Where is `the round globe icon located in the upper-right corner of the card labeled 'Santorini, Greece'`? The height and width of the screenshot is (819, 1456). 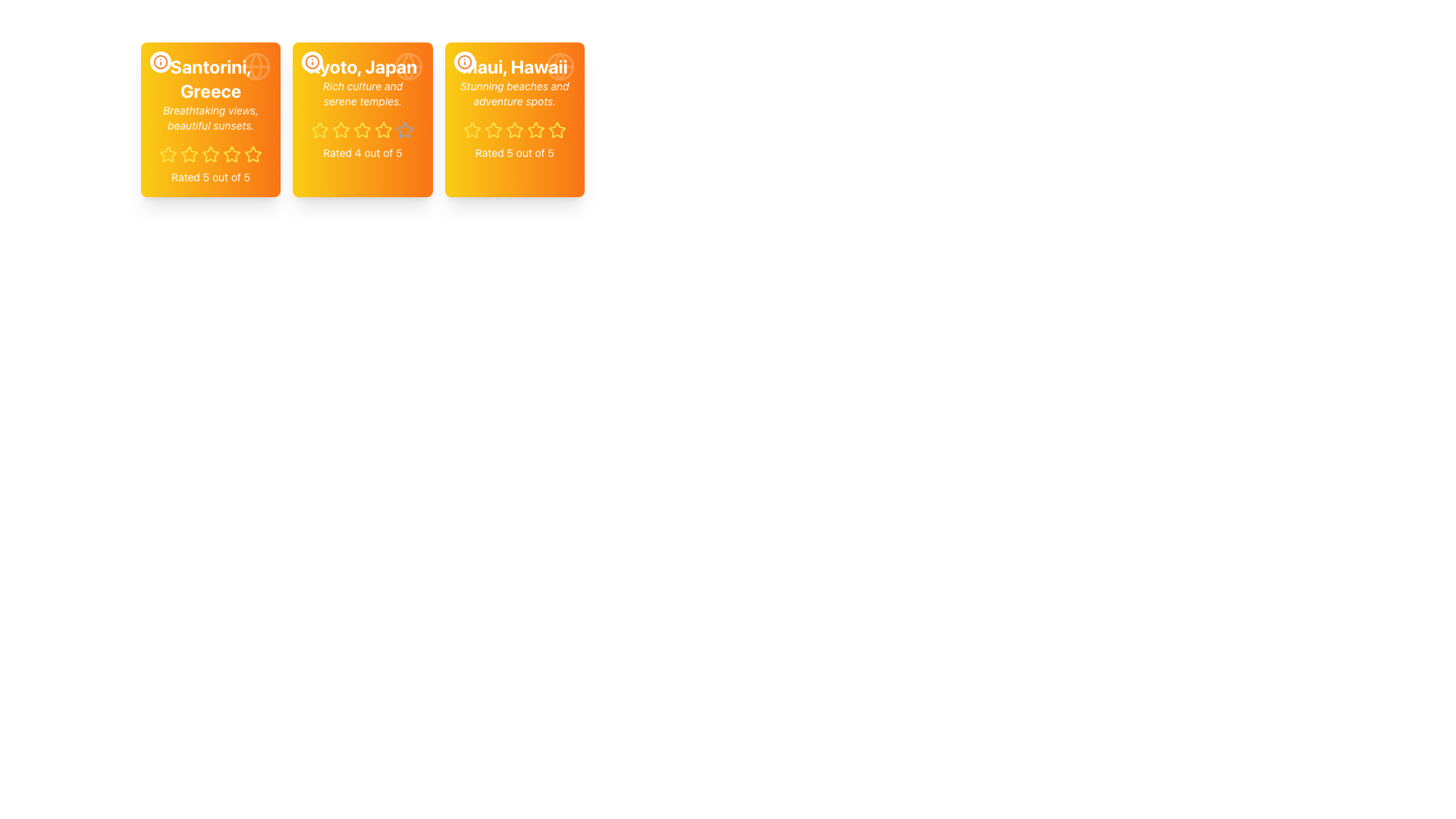
the round globe icon located in the upper-right corner of the card labeled 'Santorini, Greece' is located at coordinates (256, 66).